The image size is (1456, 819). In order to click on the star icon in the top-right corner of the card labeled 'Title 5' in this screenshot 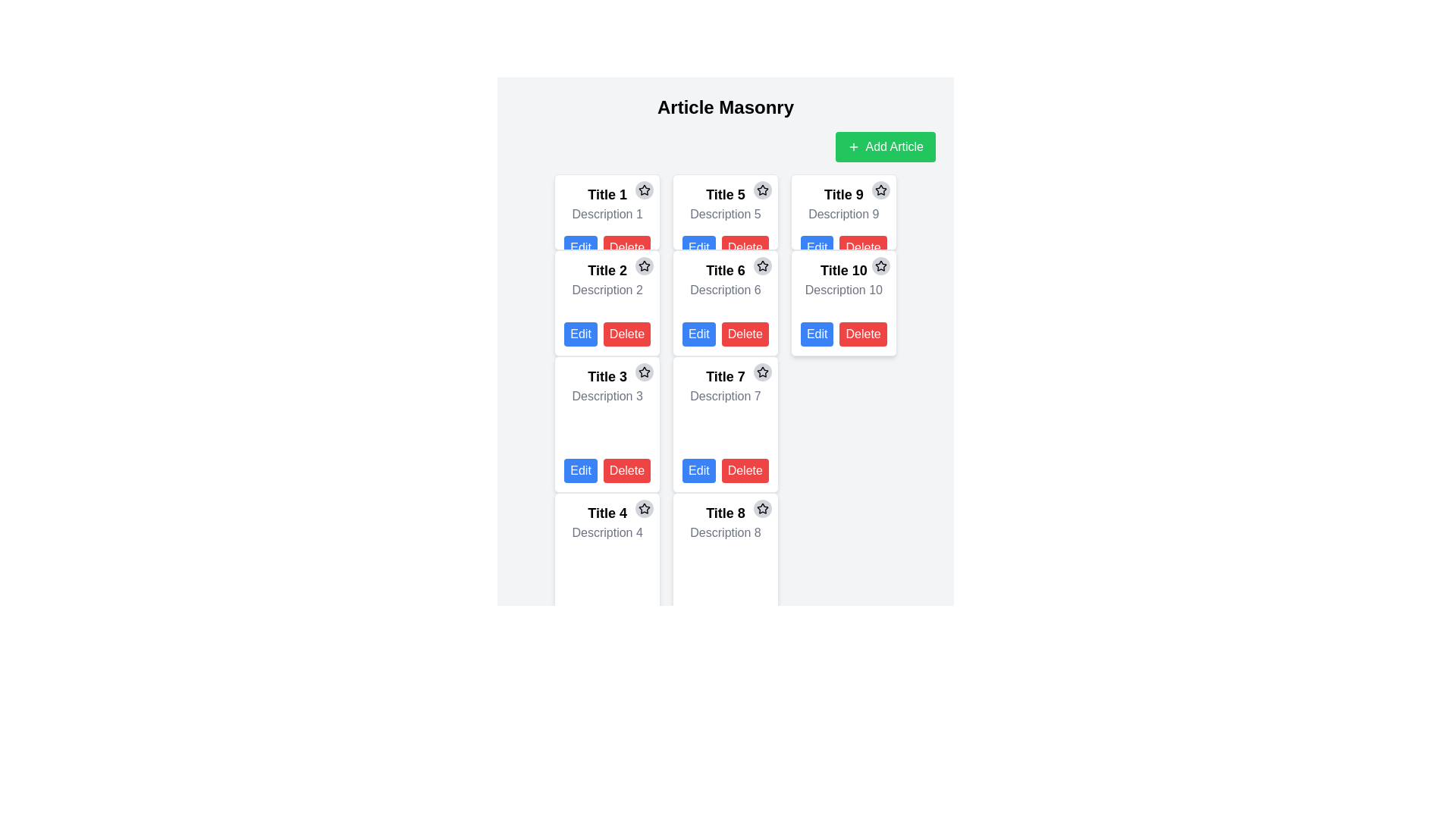, I will do `click(762, 189)`.